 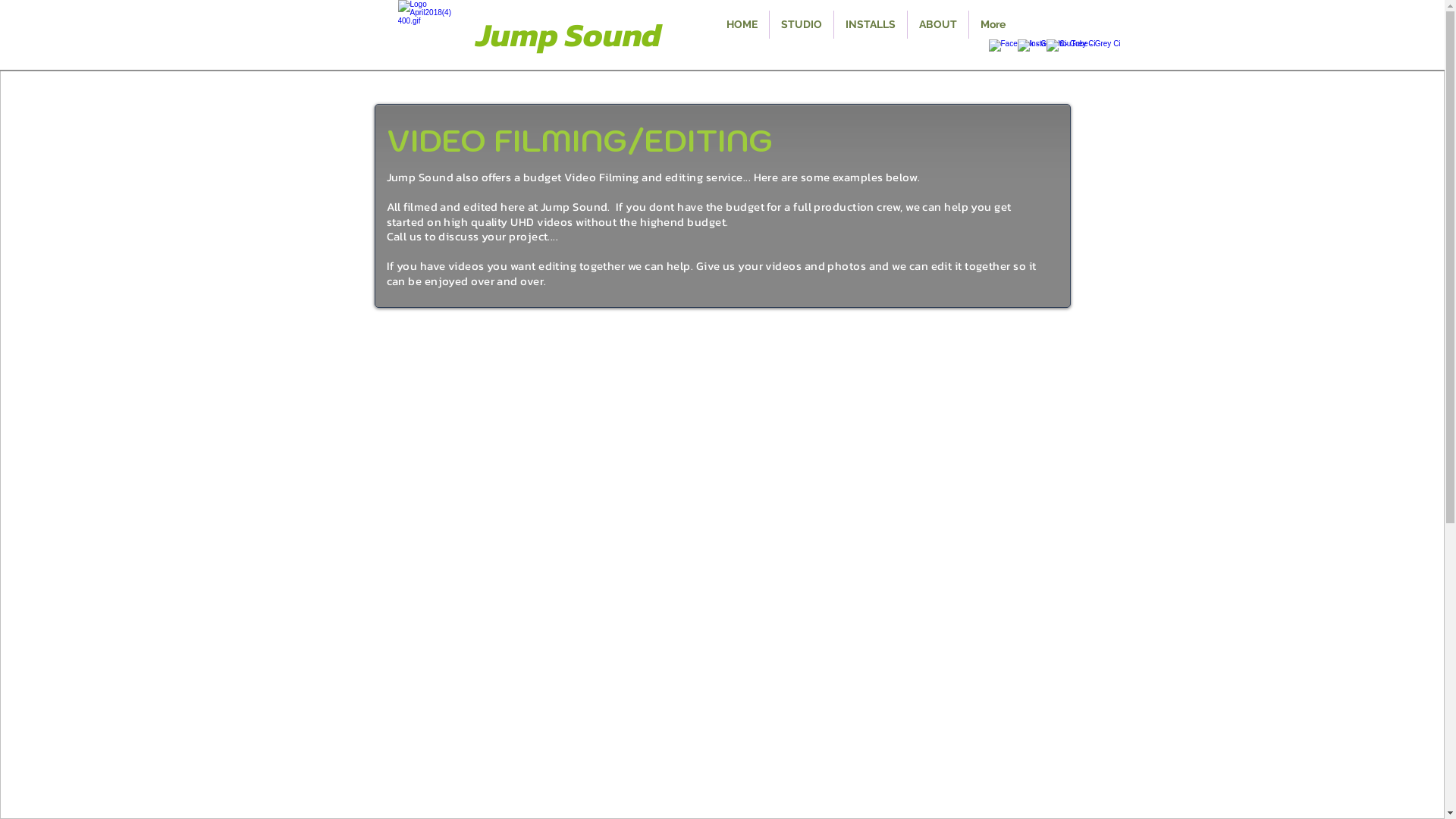 I want to click on 'ABOUT', so click(x=907, y=24).